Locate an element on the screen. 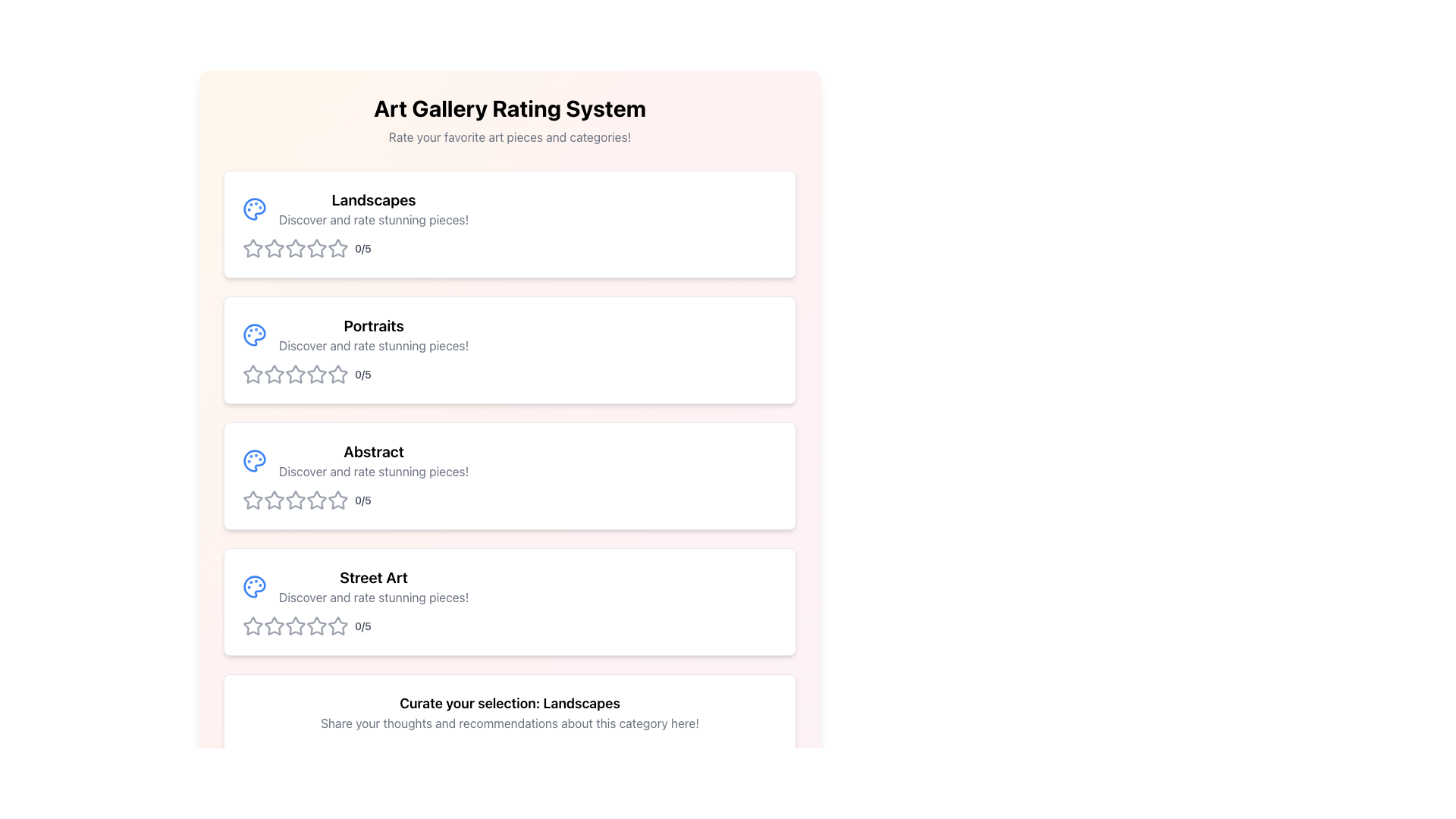 The image size is (1456, 819). the 'Landscapes' category title in the art gallery rating system, which is located above the text 'Discover and rate stunning pieces!' is located at coordinates (374, 199).